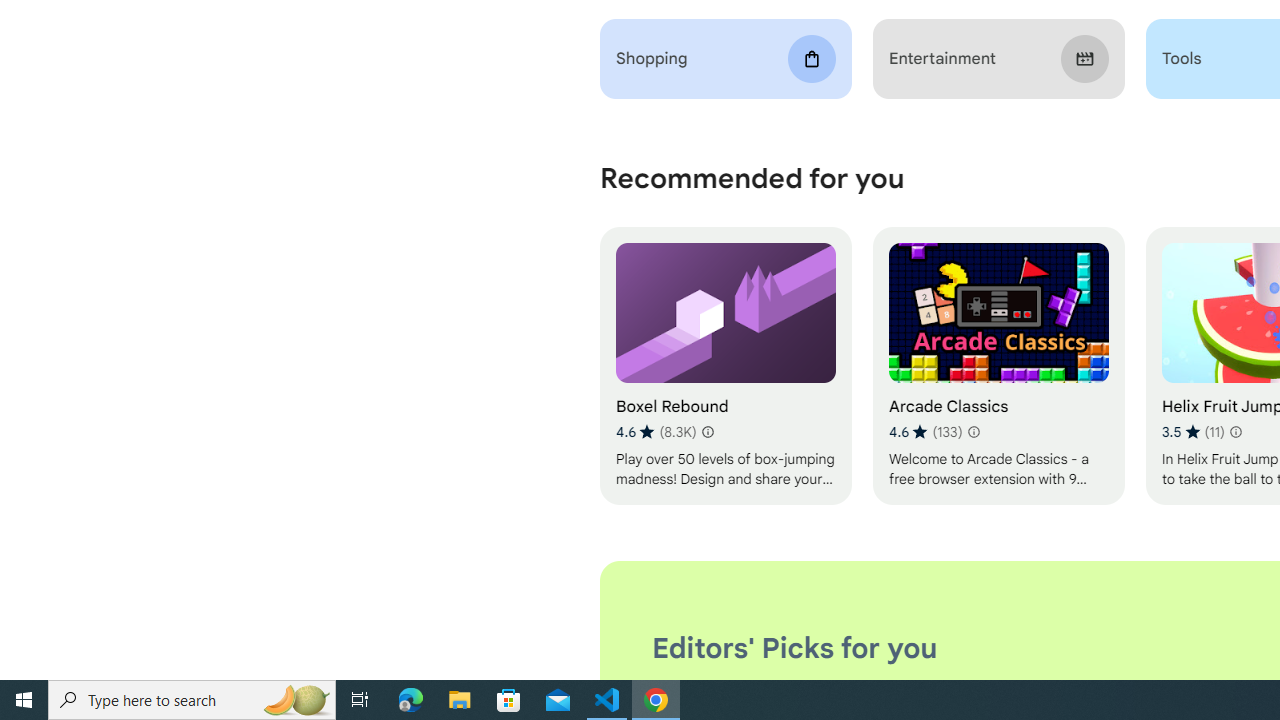 This screenshot has height=720, width=1280. What do you see at coordinates (724, 366) in the screenshot?
I see `'Boxel Rebound'` at bounding box center [724, 366].